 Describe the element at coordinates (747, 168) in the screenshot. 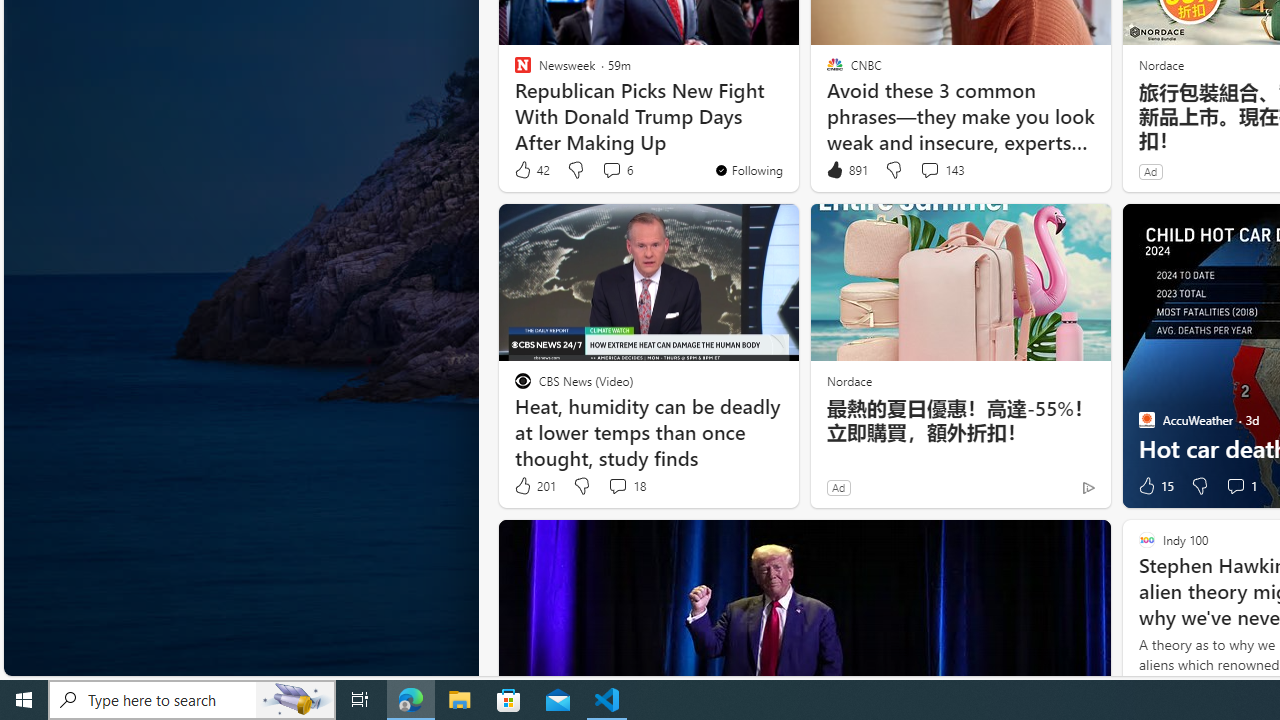

I see `'You'` at that location.